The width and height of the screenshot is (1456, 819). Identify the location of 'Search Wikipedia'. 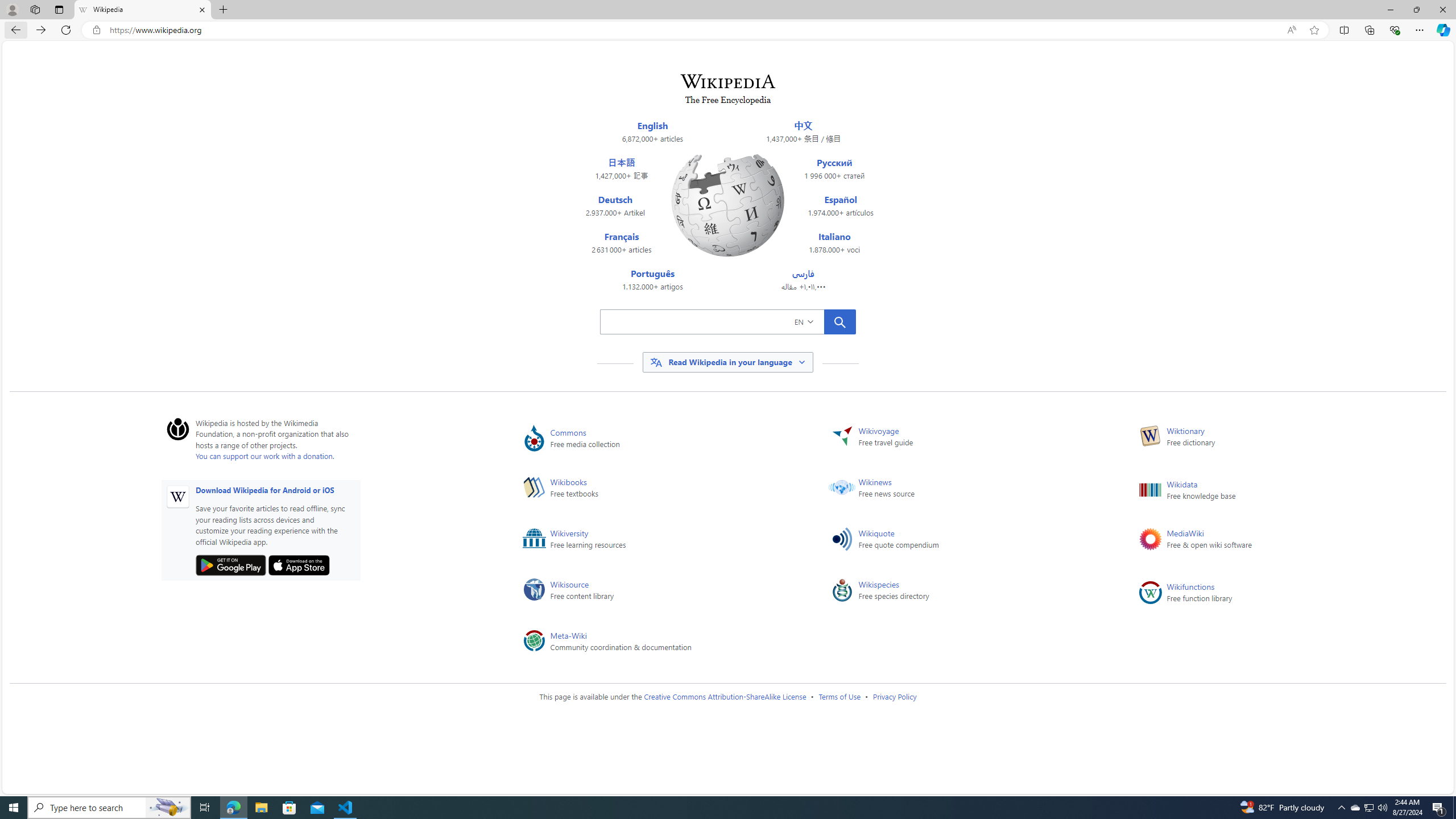
(712, 321).